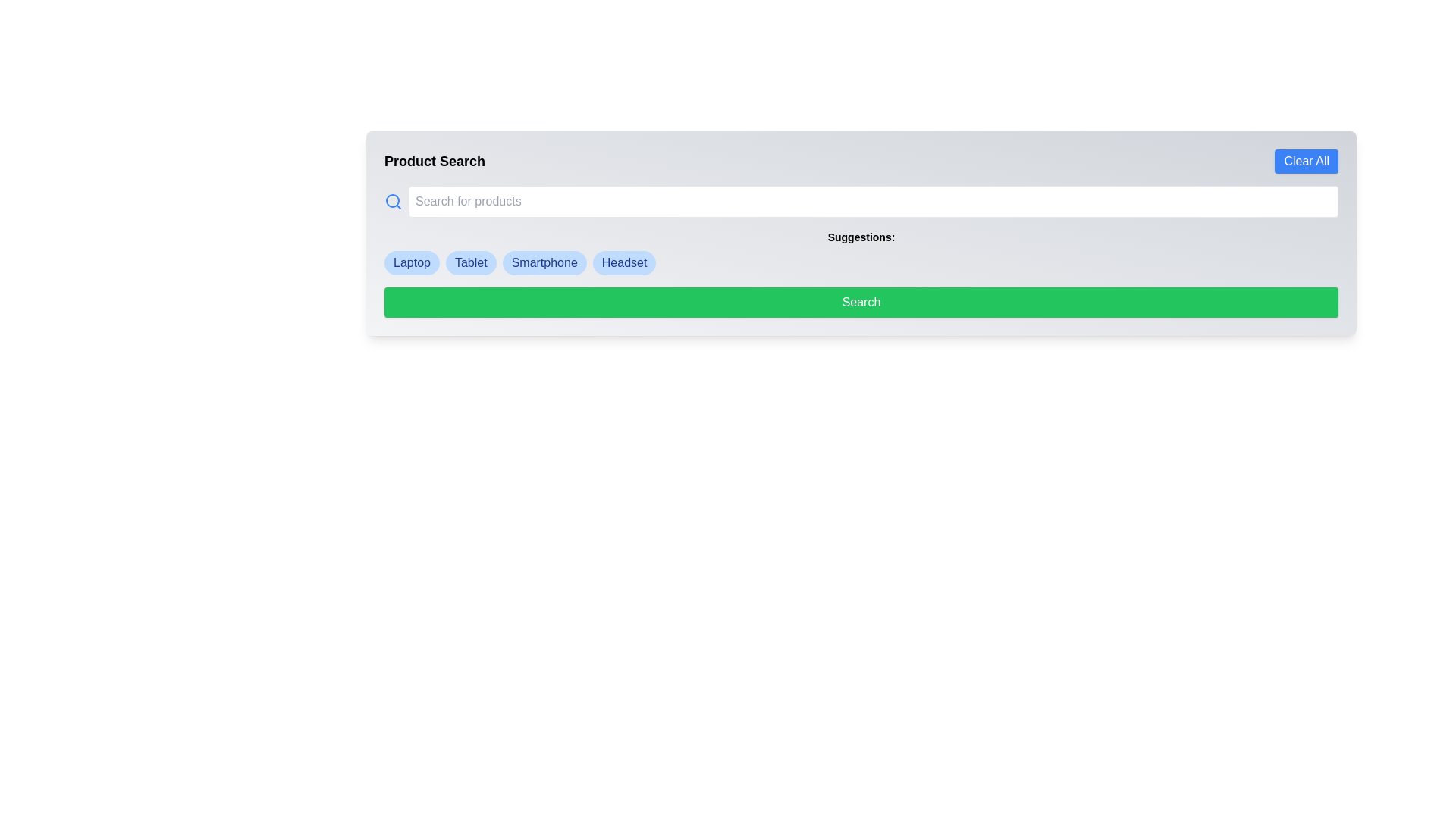  Describe the element at coordinates (470, 262) in the screenshot. I see `the pill-shaped clickable tag with blue background and bold text displaying 'Tablet'` at that location.